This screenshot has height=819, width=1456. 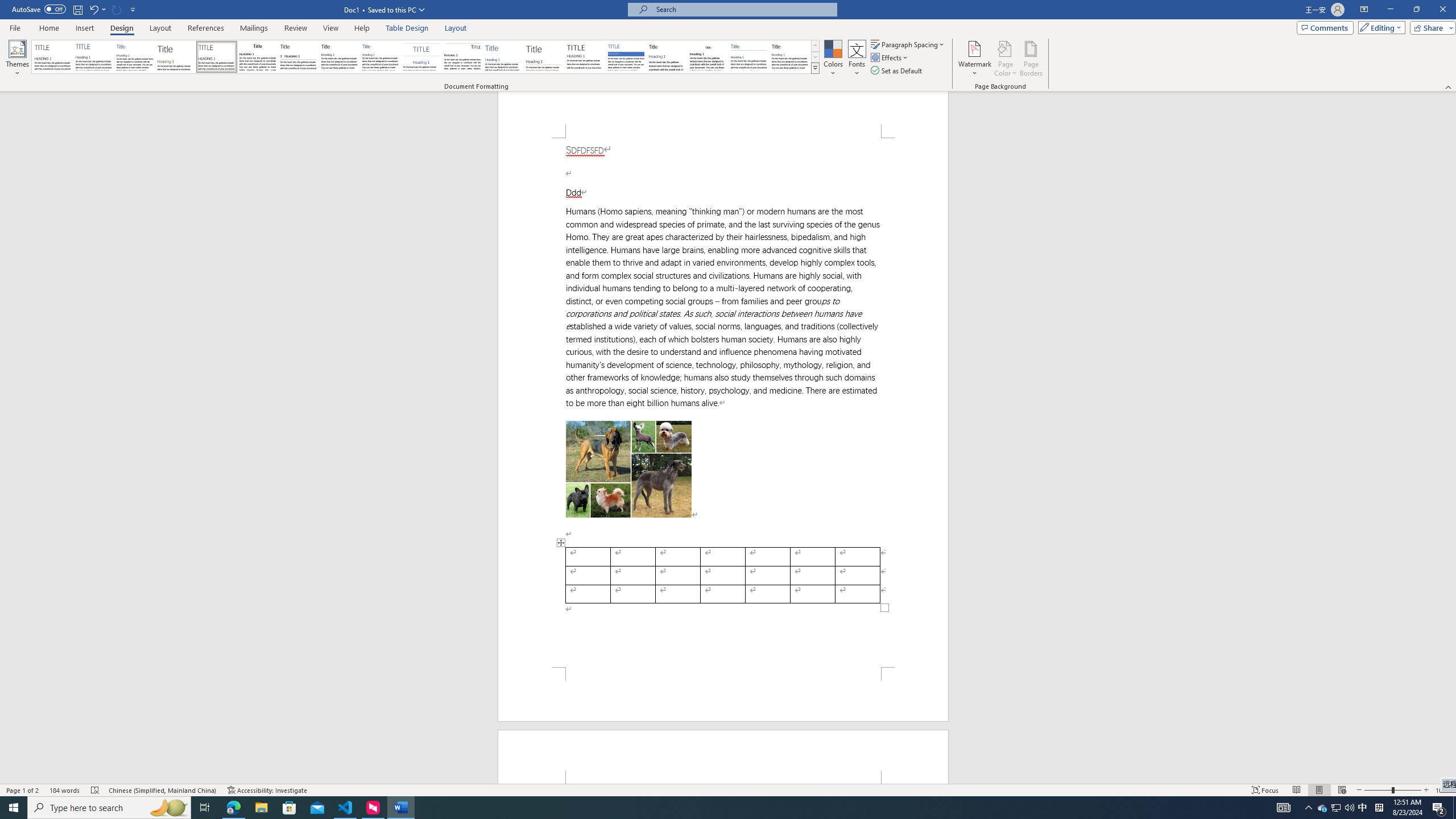 What do you see at coordinates (1031, 59) in the screenshot?
I see `'Page Borders...'` at bounding box center [1031, 59].